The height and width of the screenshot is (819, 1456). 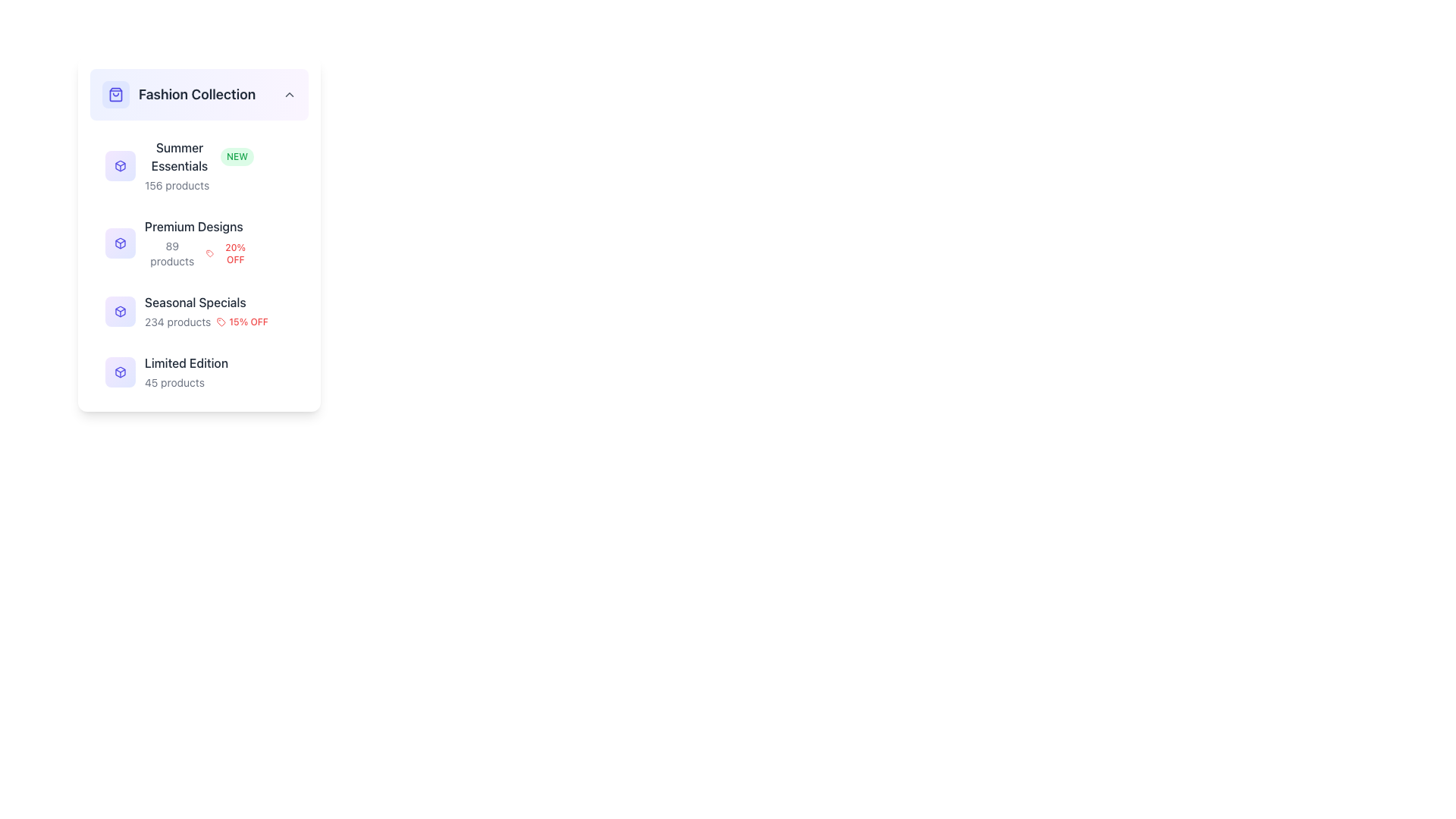 What do you see at coordinates (243, 321) in the screenshot?
I see `the promotional offer label indicating a 15% discount located in the 'Seasonal Specials' section, positioned below '234 products' and to the right of the red tag icon` at bounding box center [243, 321].